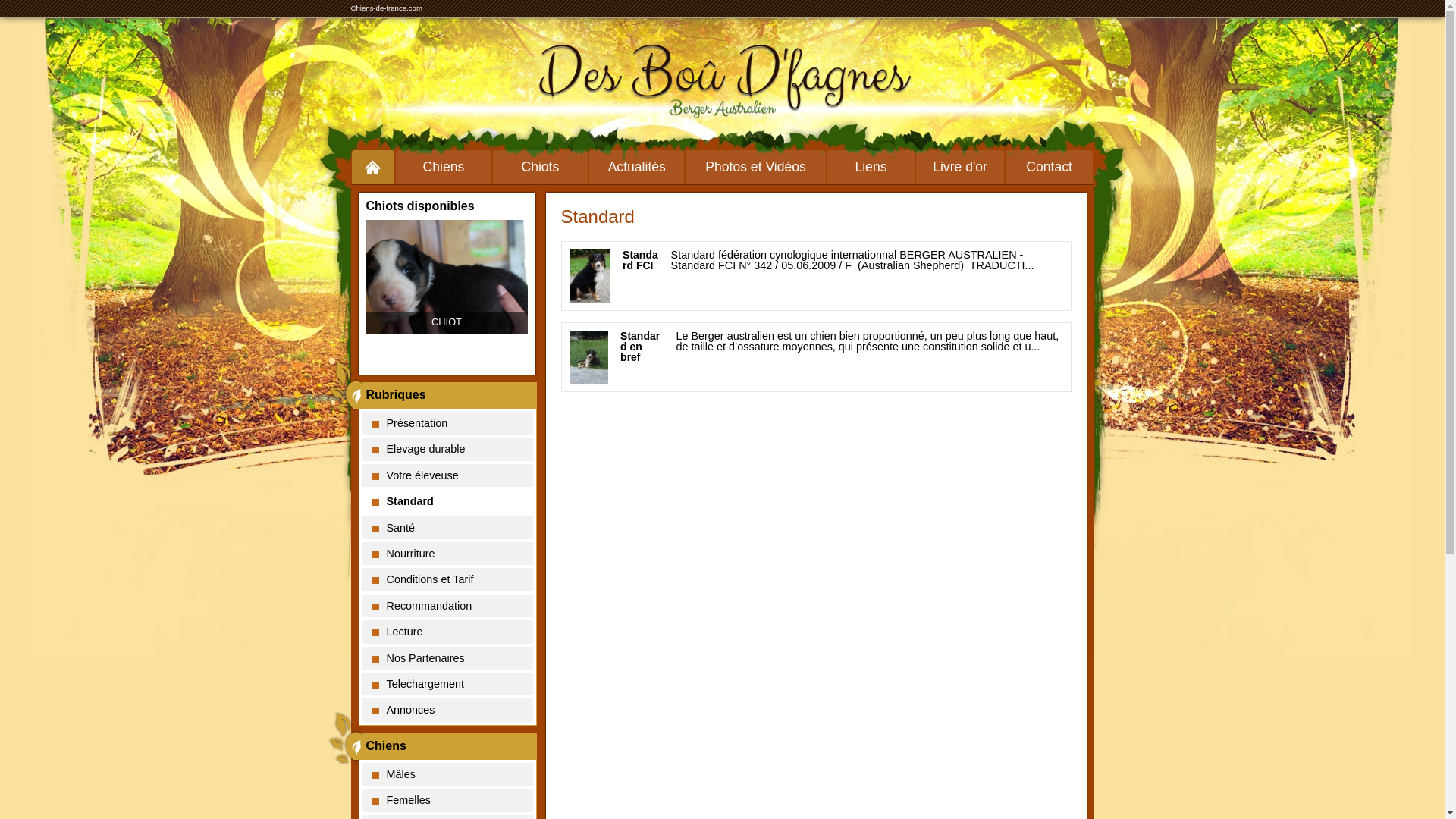 The width and height of the screenshot is (1456, 819). Describe the element at coordinates (447, 604) in the screenshot. I see `'Recommandation'` at that location.